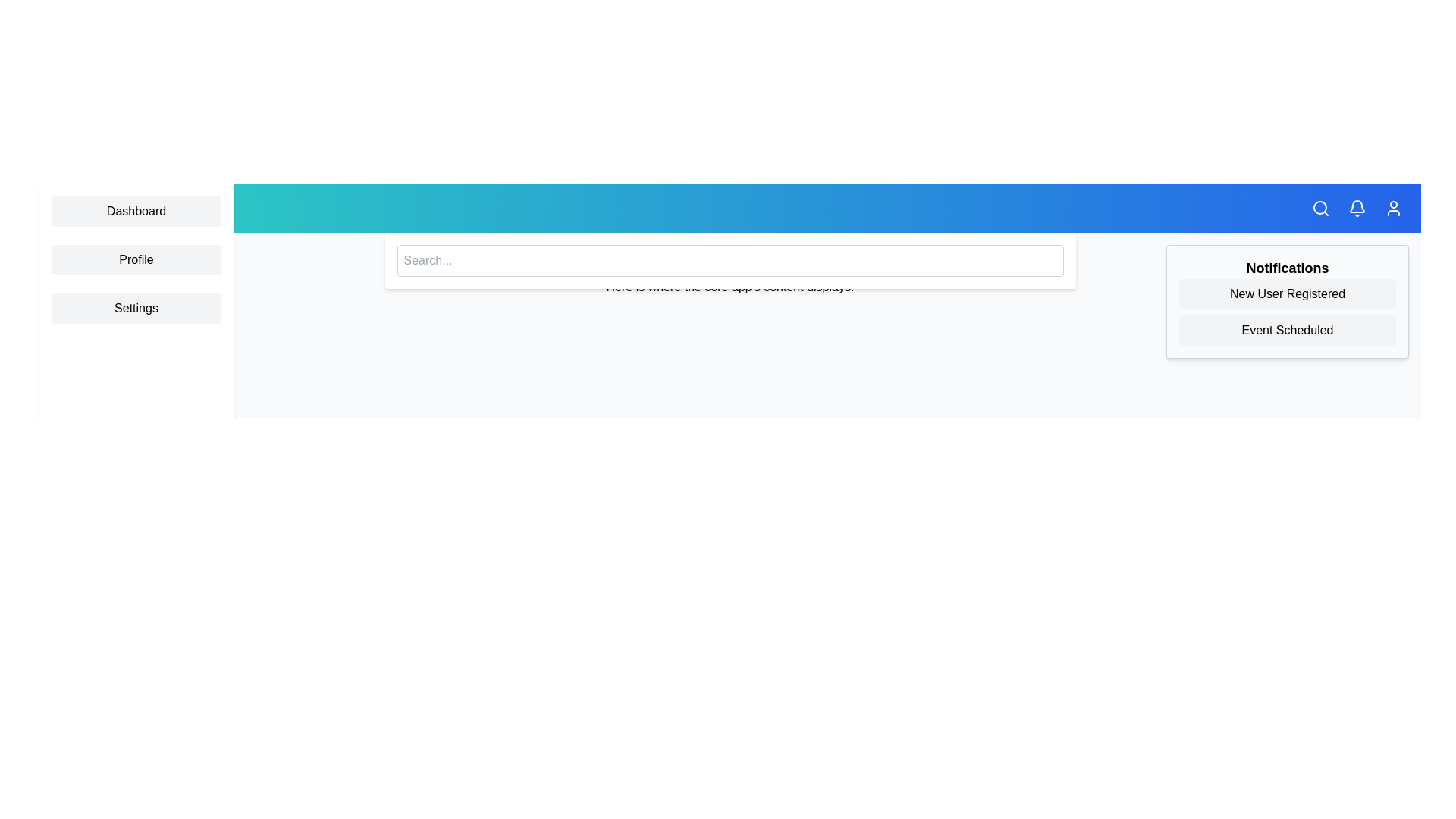 The image size is (1456, 819). What do you see at coordinates (1287, 294) in the screenshot?
I see `the text label notifying the user about a new registration event, located in the Notifications section at the top-right corner of the interface` at bounding box center [1287, 294].